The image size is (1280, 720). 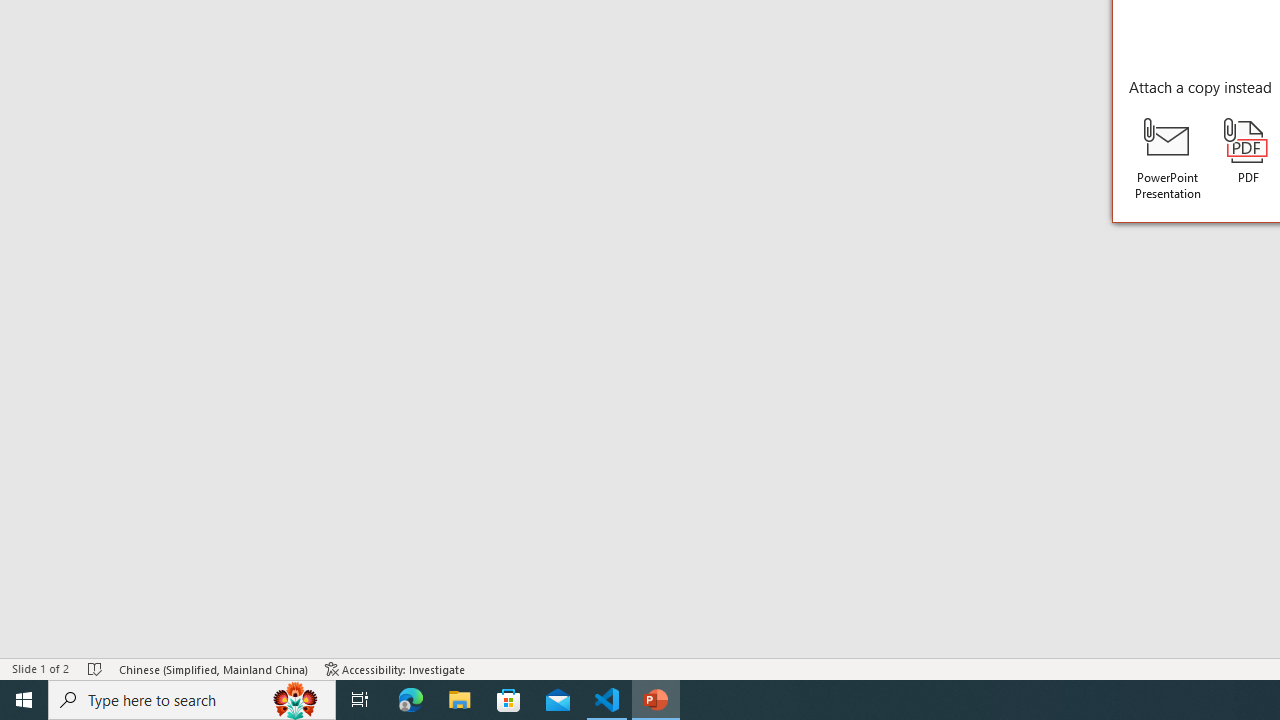 What do you see at coordinates (1168, 158) in the screenshot?
I see `'PowerPoint Presentation'` at bounding box center [1168, 158].